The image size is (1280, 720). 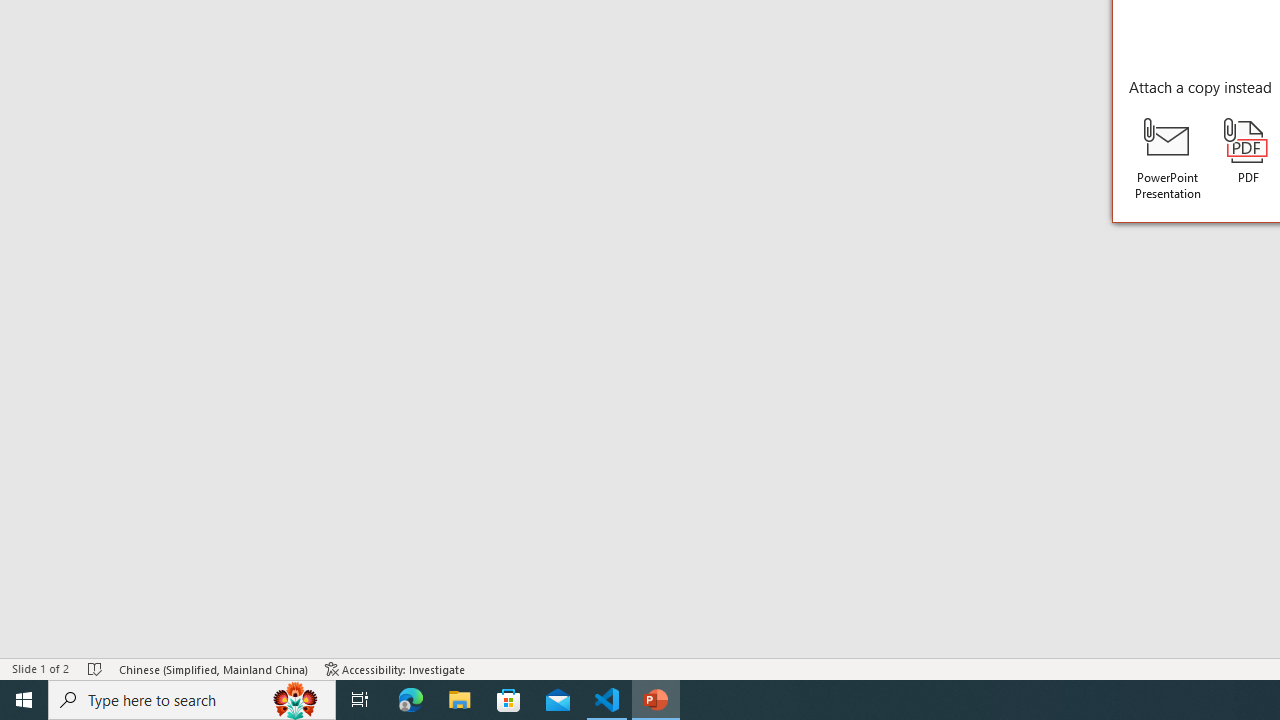 What do you see at coordinates (1168, 158) in the screenshot?
I see `'PowerPoint Presentation'` at bounding box center [1168, 158].